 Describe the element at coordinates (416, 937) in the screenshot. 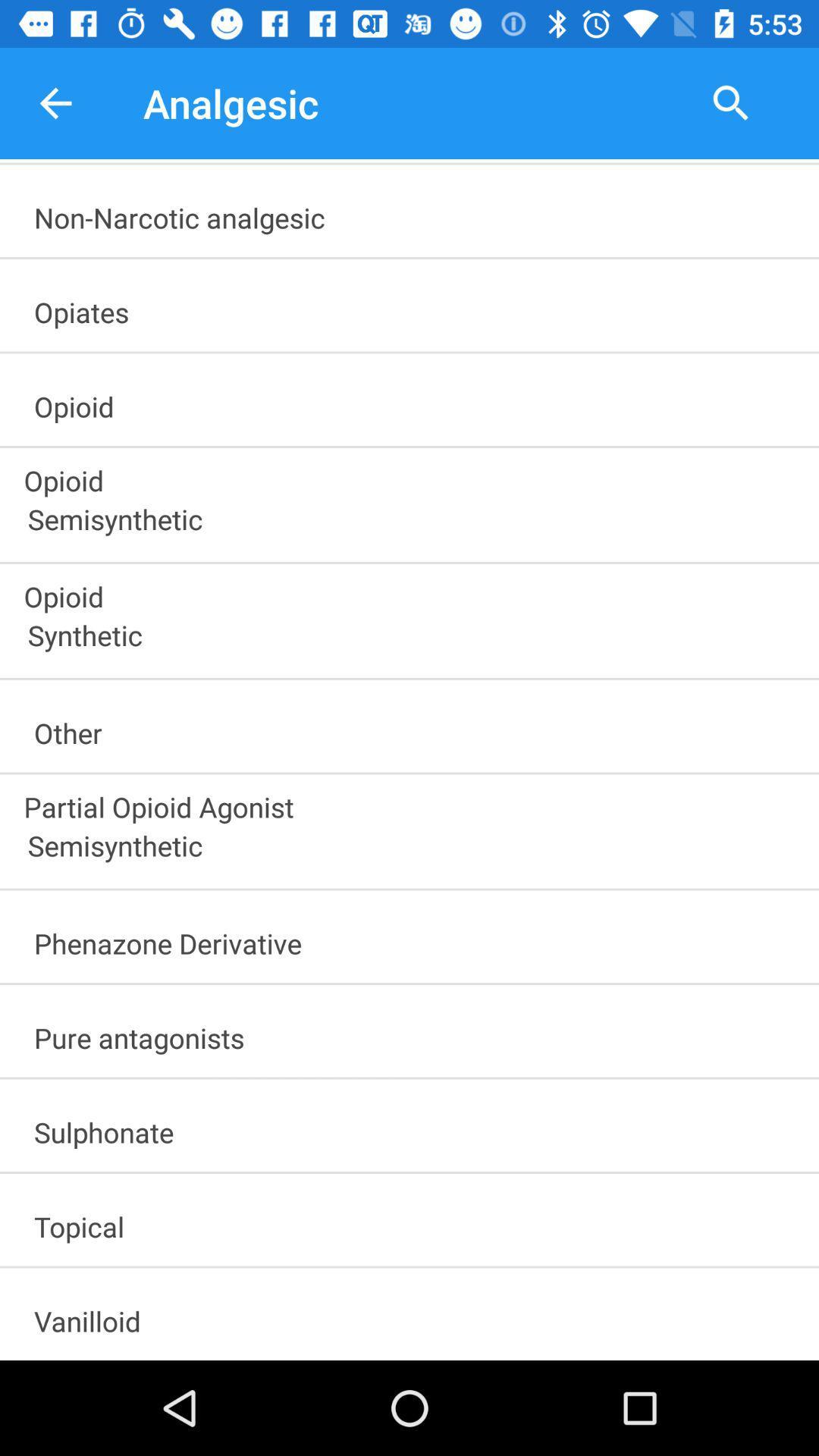

I see `the item below semisynthetic item` at that location.